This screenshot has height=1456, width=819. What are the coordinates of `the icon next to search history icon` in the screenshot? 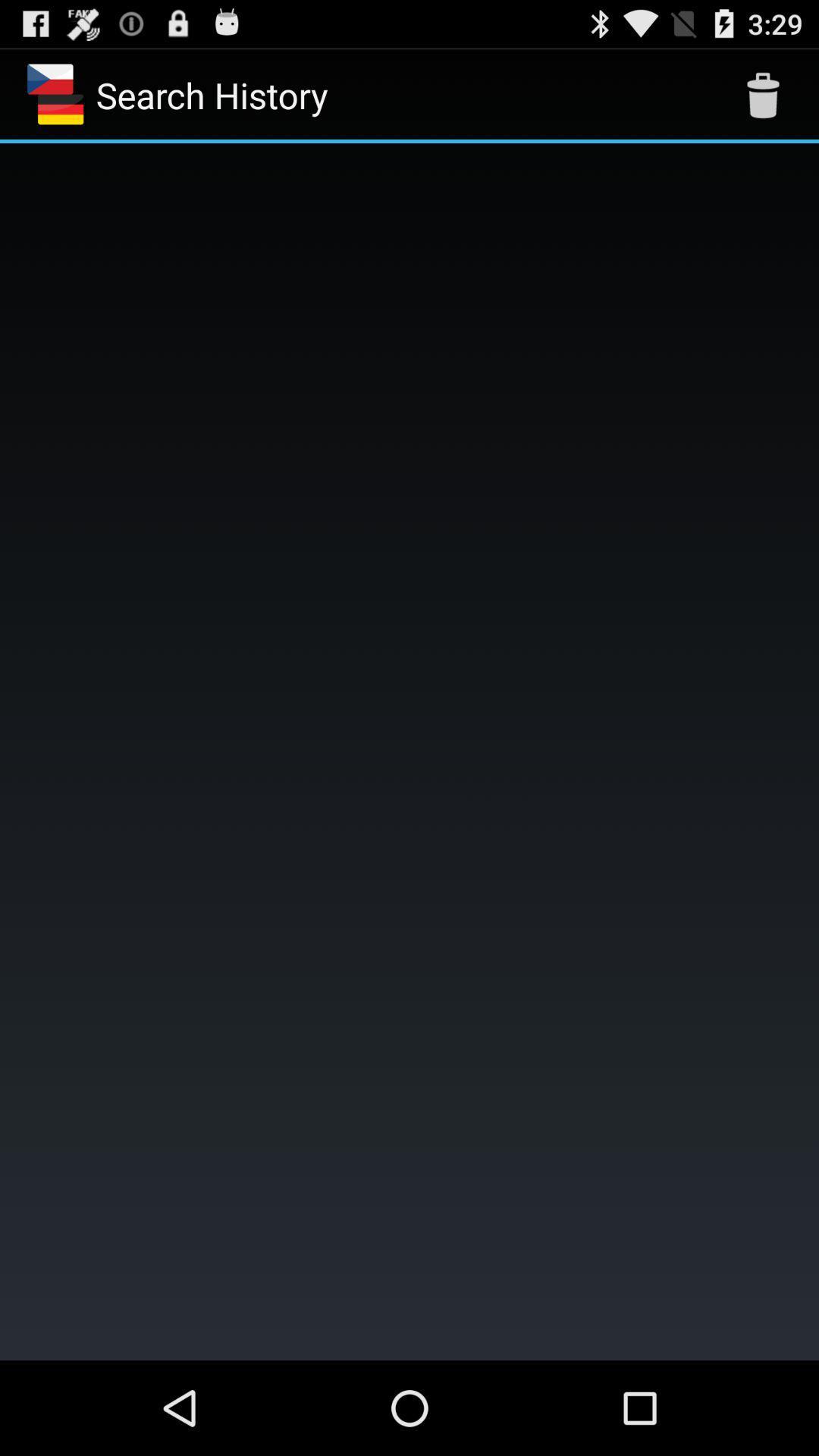 It's located at (763, 94).